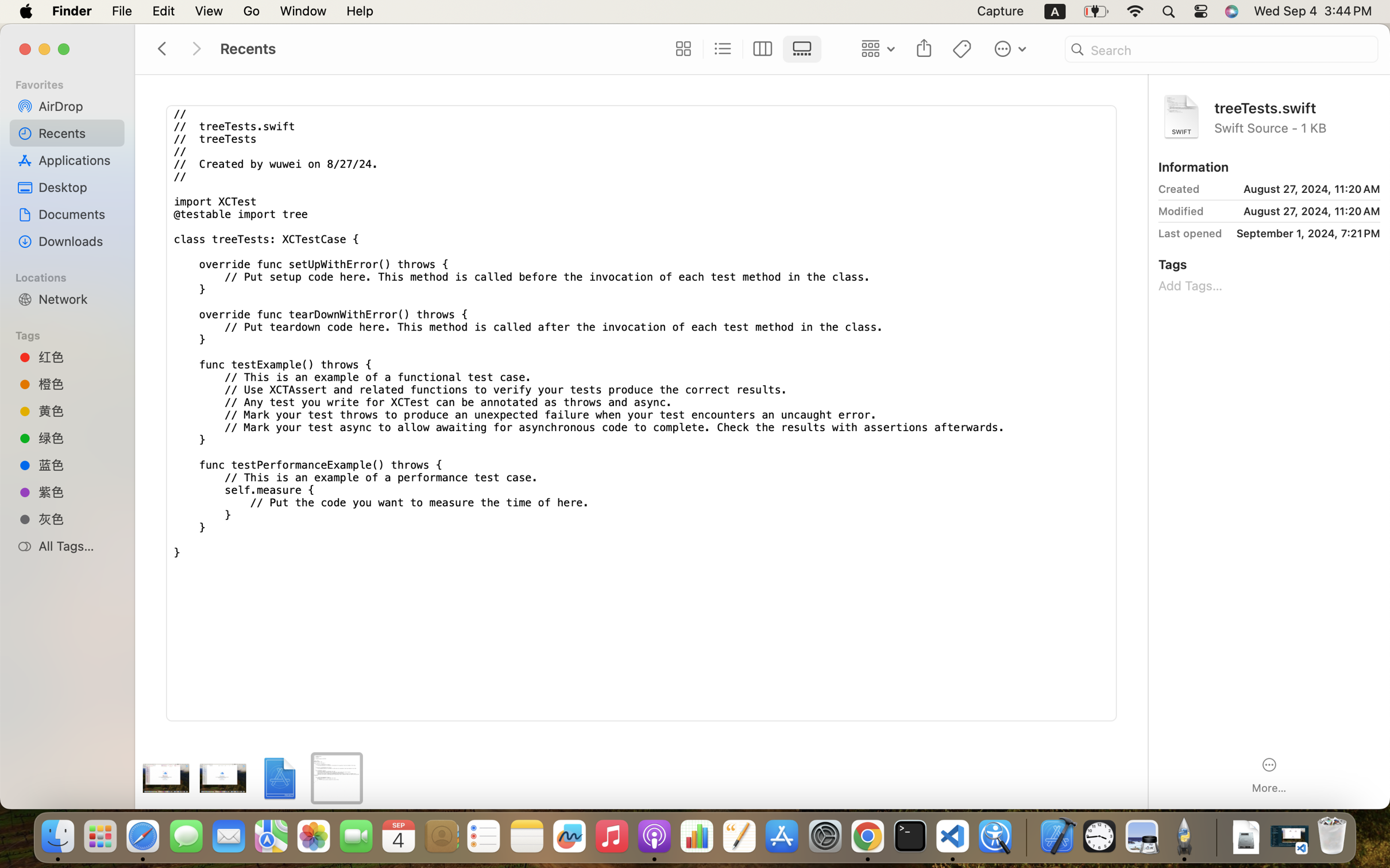 The height and width of the screenshot is (868, 1390). Describe the element at coordinates (77, 383) in the screenshot. I see `'橙色'` at that location.